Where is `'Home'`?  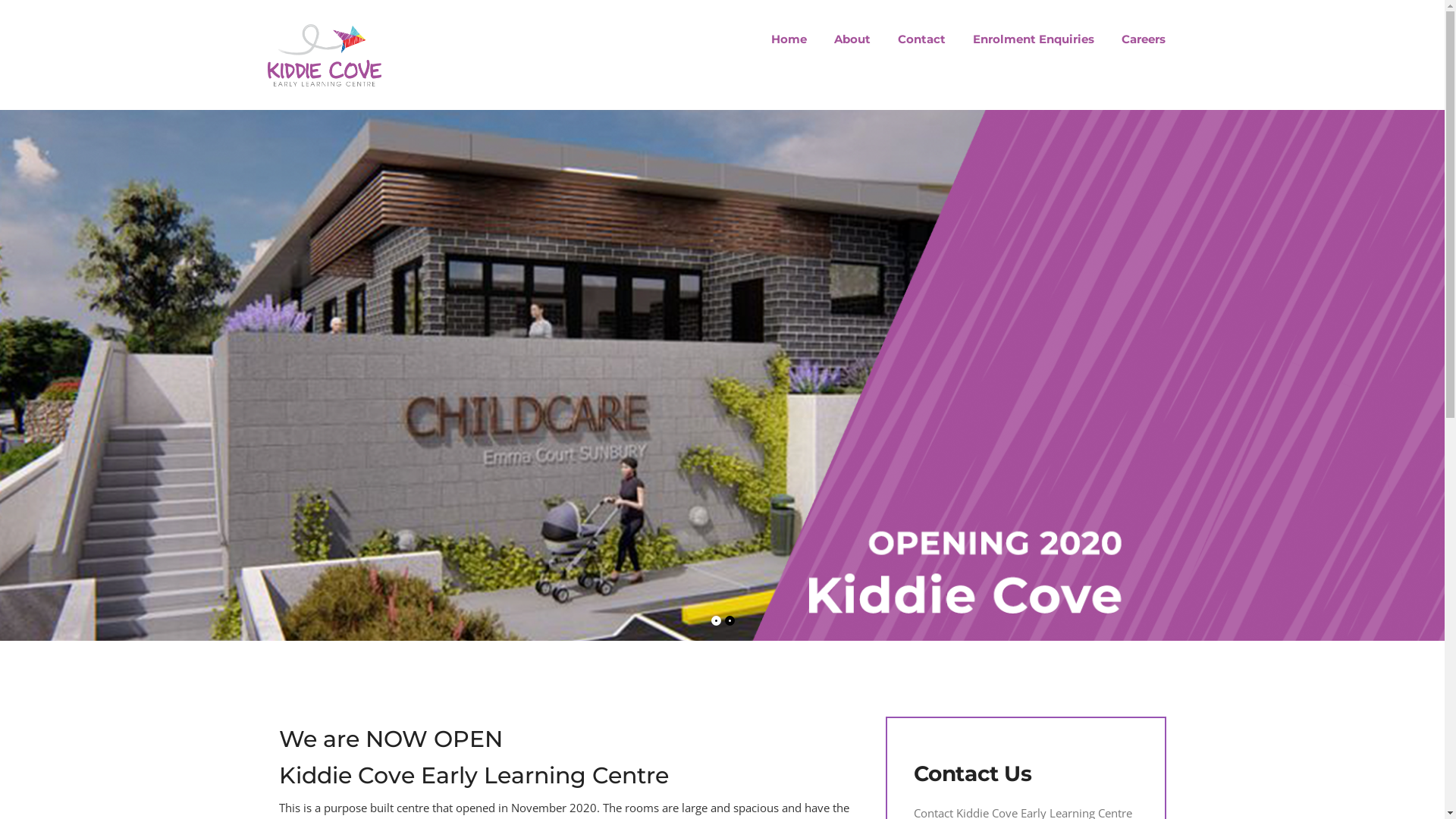 'Home' is located at coordinates (789, 38).